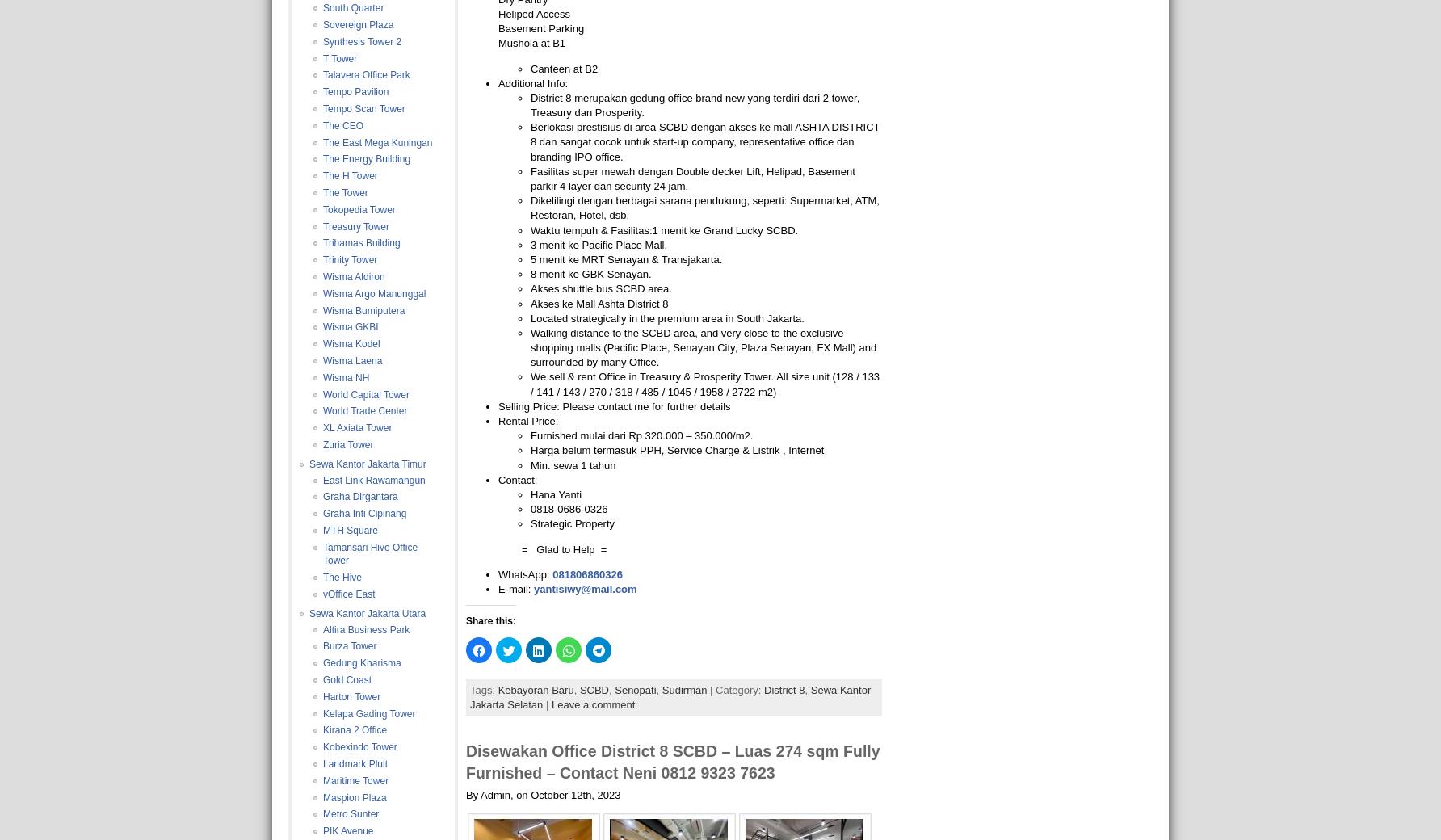 The image size is (1441, 840). Describe the element at coordinates (704, 384) in the screenshot. I see `'We sell & rent Office in Treasury & Prosperity Tower. All size unit (128 / 133 / 141 / 143 / 270 / 318 / 485 / 1045 / 1958 / 2722 m2)'` at that location.